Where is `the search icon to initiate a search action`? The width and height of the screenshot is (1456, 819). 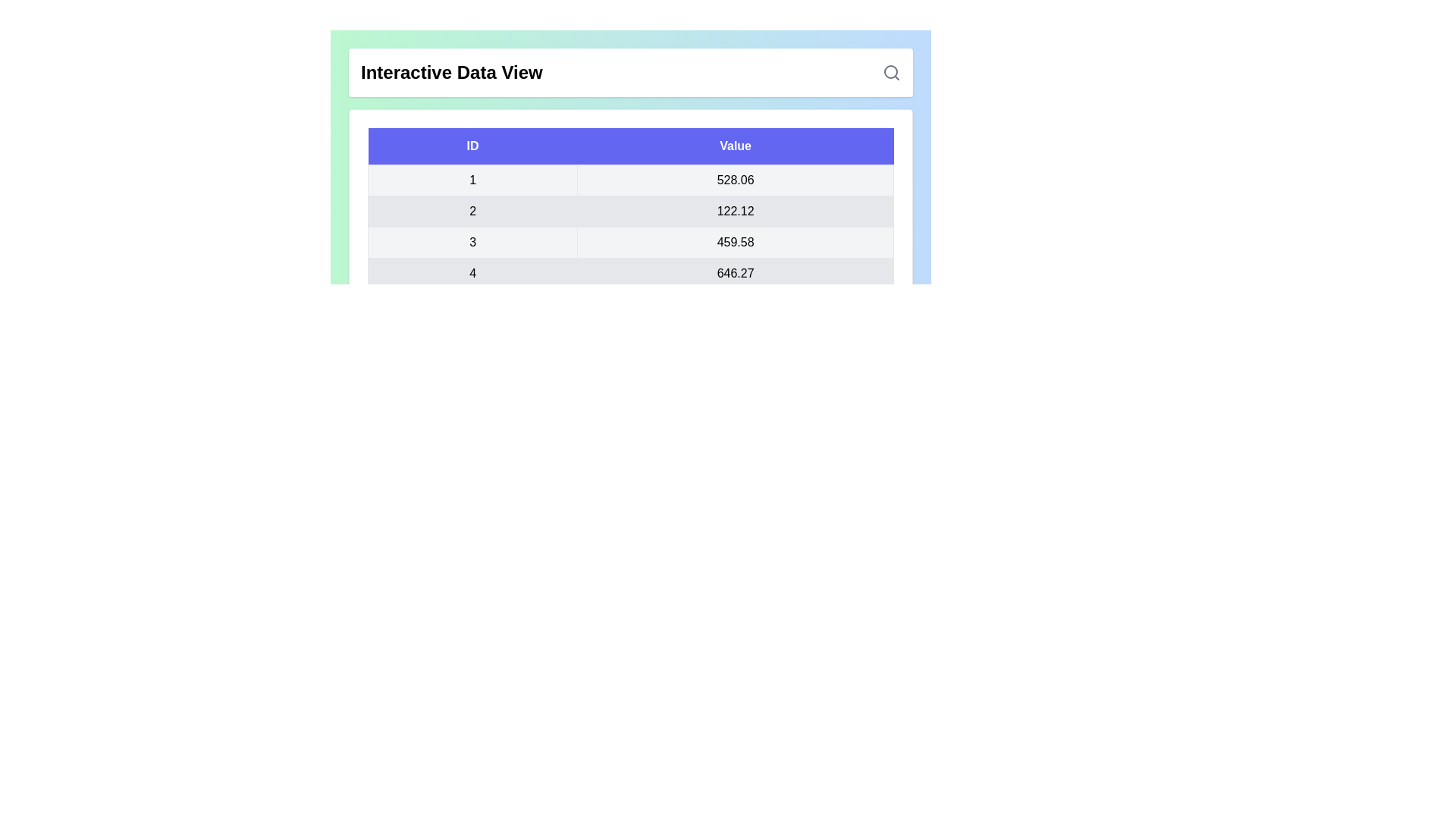
the search icon to initiate a search action is located at coordinates (892, 73).